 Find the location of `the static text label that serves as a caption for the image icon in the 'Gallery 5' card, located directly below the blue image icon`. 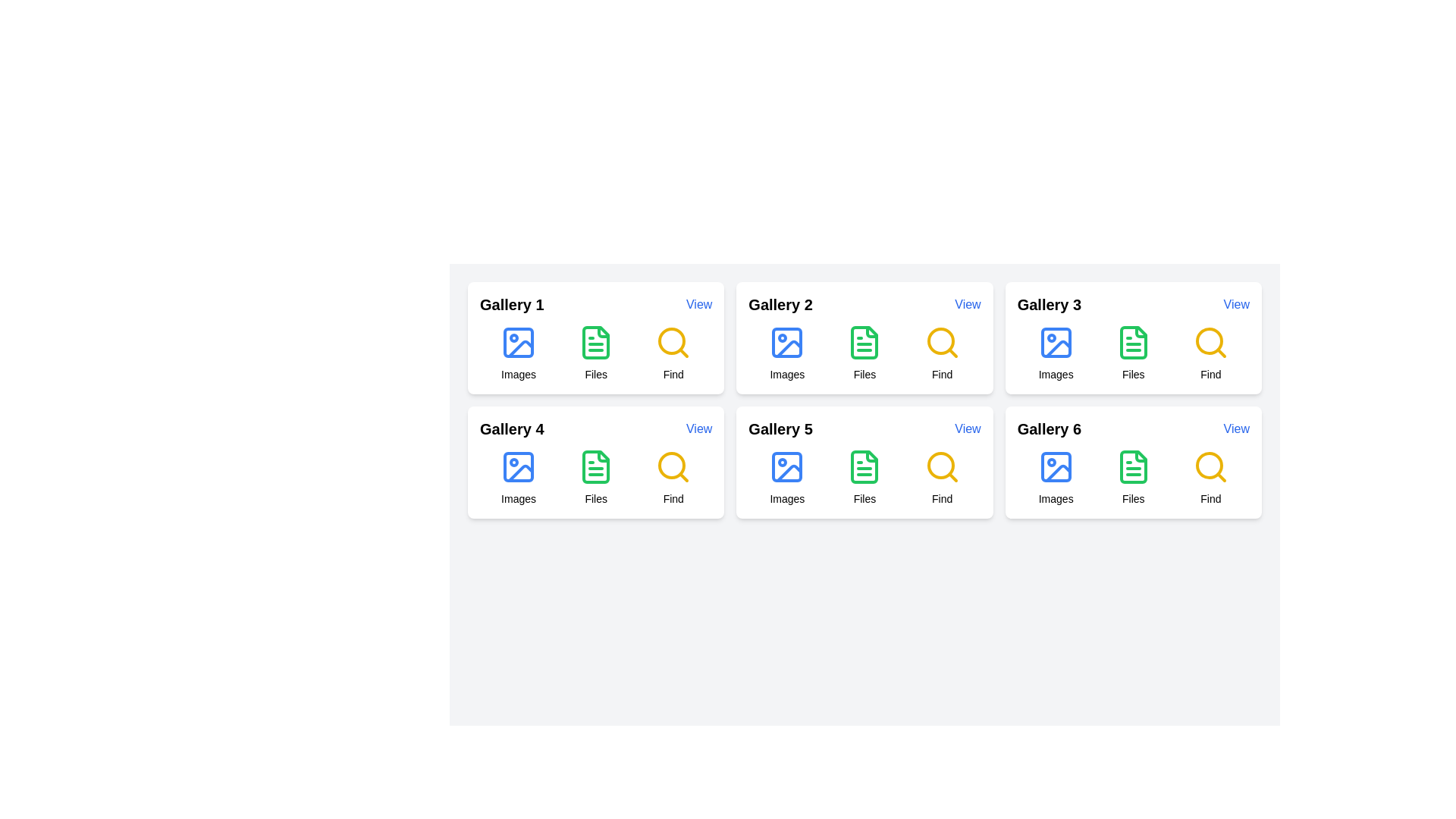

the static text label that serves as a caption for the image icon in the 'Gallery 5' card, located directly below the blue image icon is located at coordinates (787, 499).